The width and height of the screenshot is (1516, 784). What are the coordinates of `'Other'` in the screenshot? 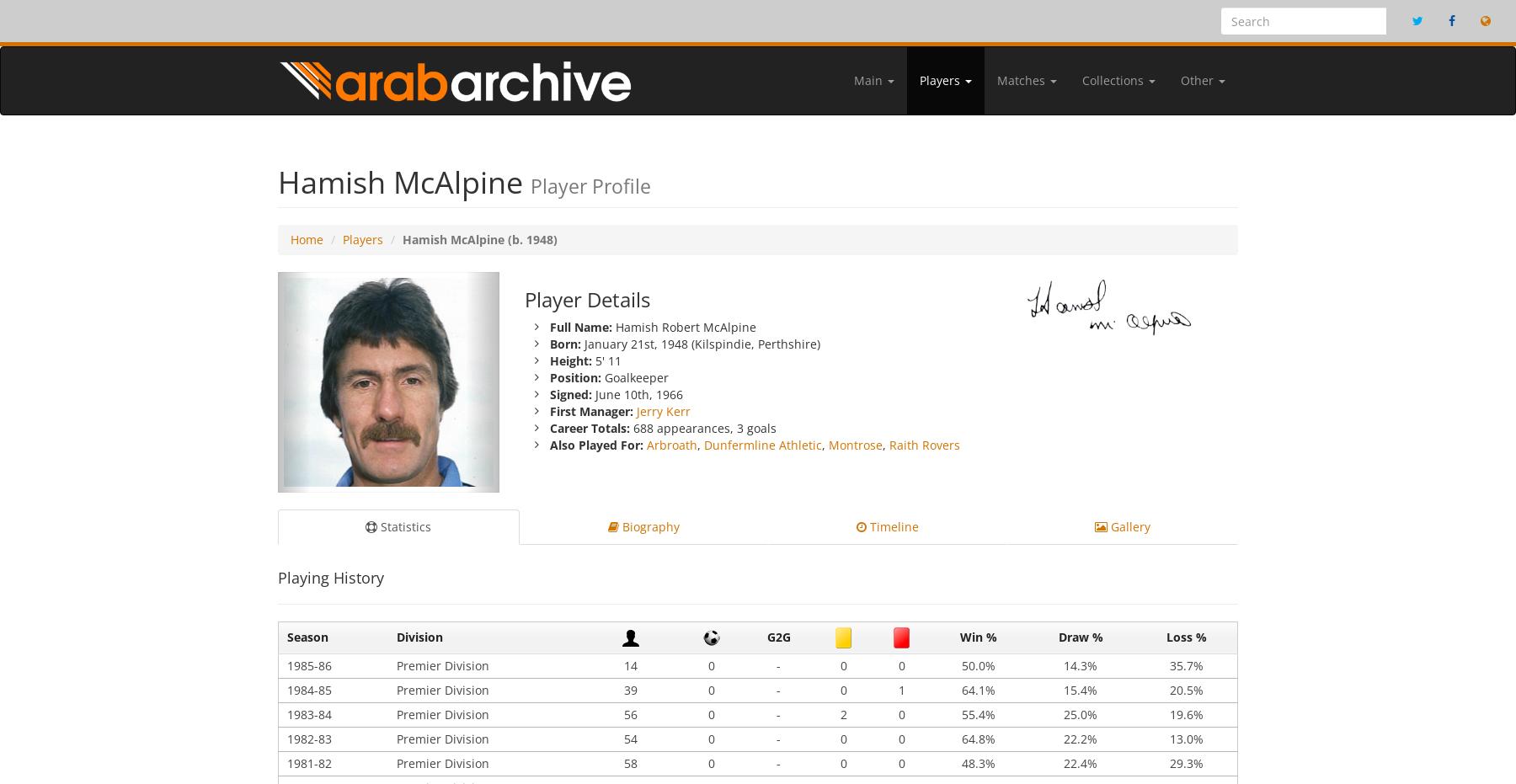 It's located at (1180, 80).